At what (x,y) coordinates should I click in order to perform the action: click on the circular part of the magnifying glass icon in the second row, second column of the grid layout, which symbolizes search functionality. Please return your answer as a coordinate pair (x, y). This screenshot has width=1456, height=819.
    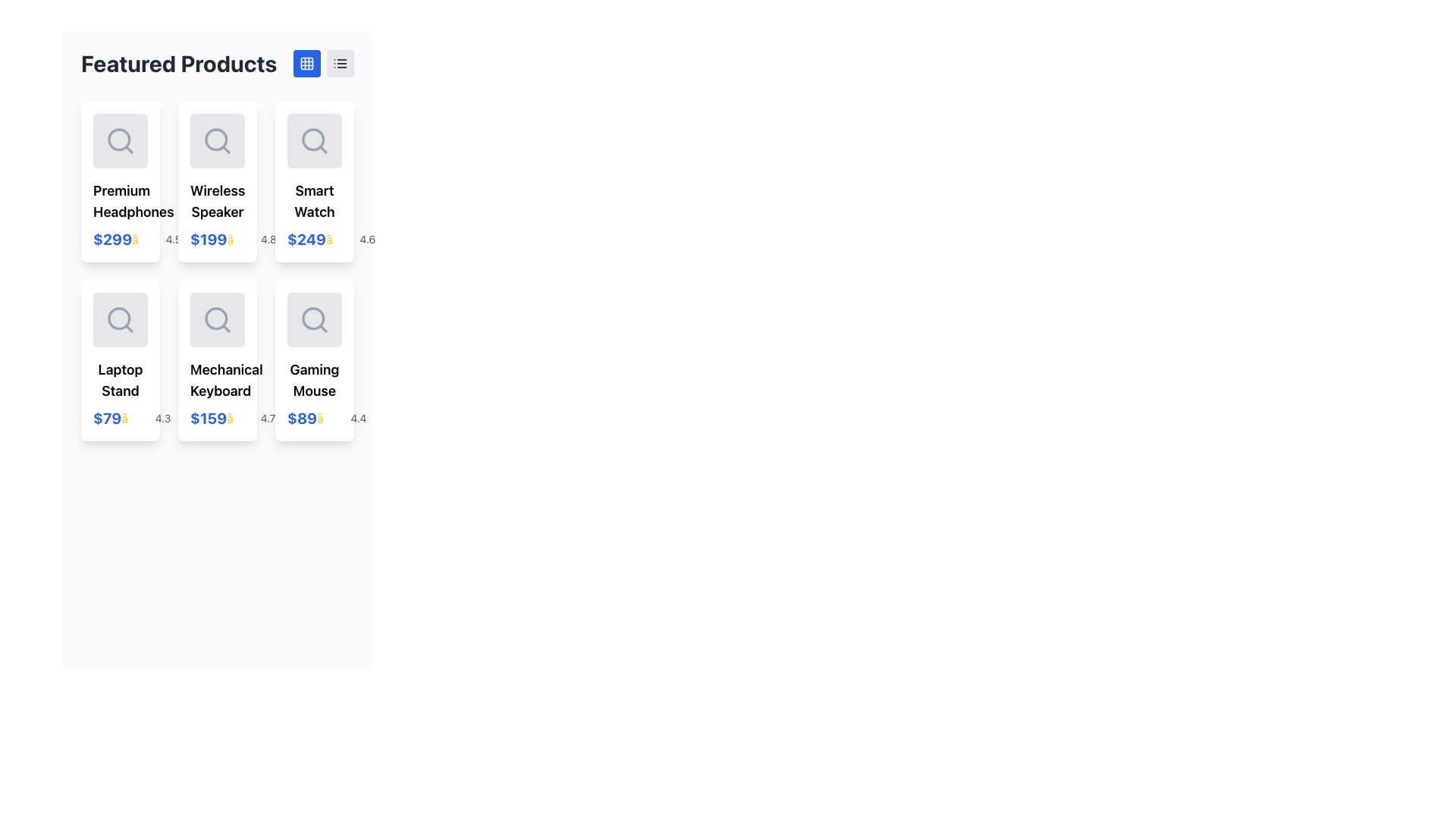
    Looking at the image, I should click on (215, 318).